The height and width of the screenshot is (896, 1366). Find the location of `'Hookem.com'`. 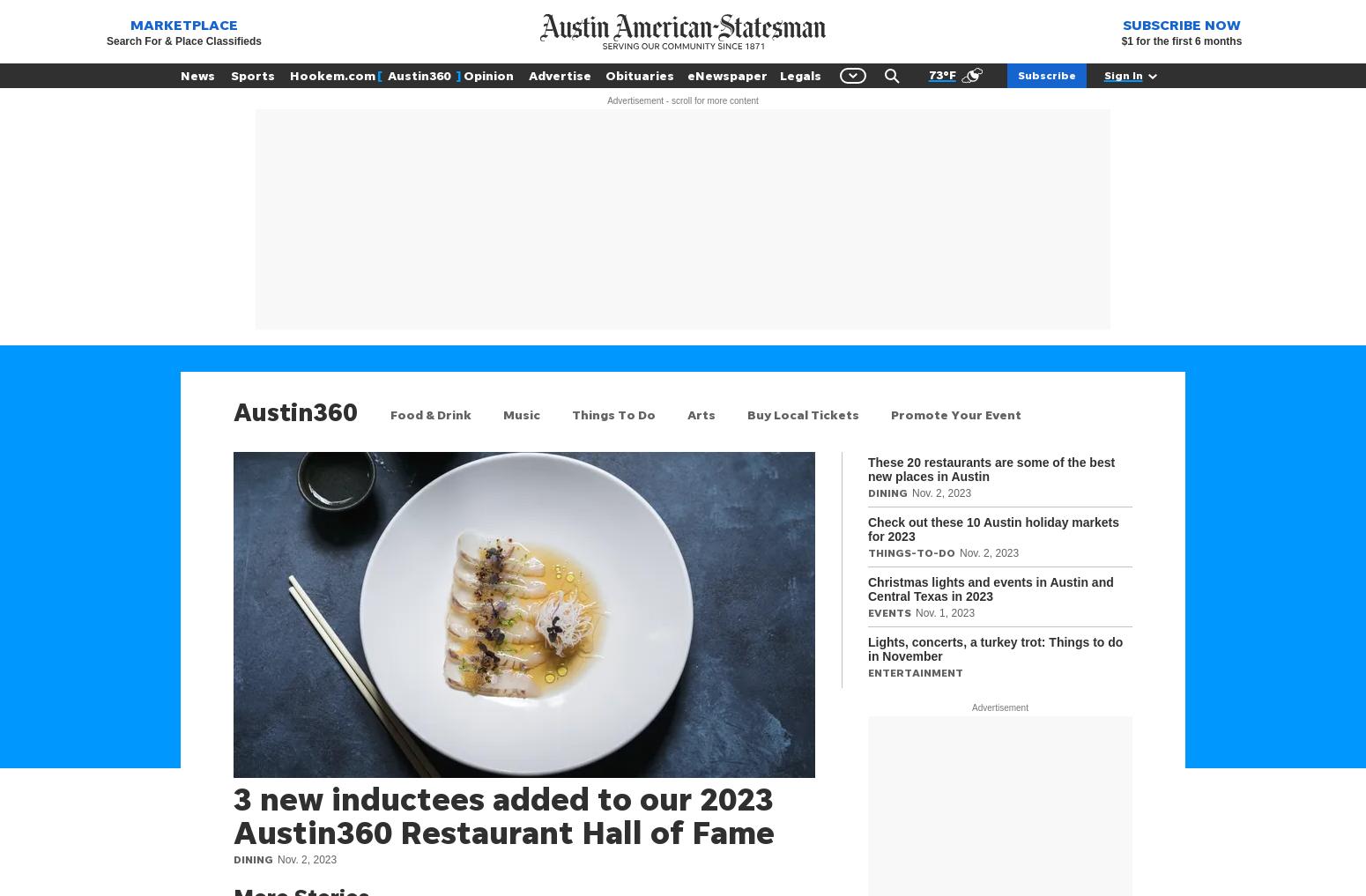

'Hookem.com' is located at coordinates (330, 75).